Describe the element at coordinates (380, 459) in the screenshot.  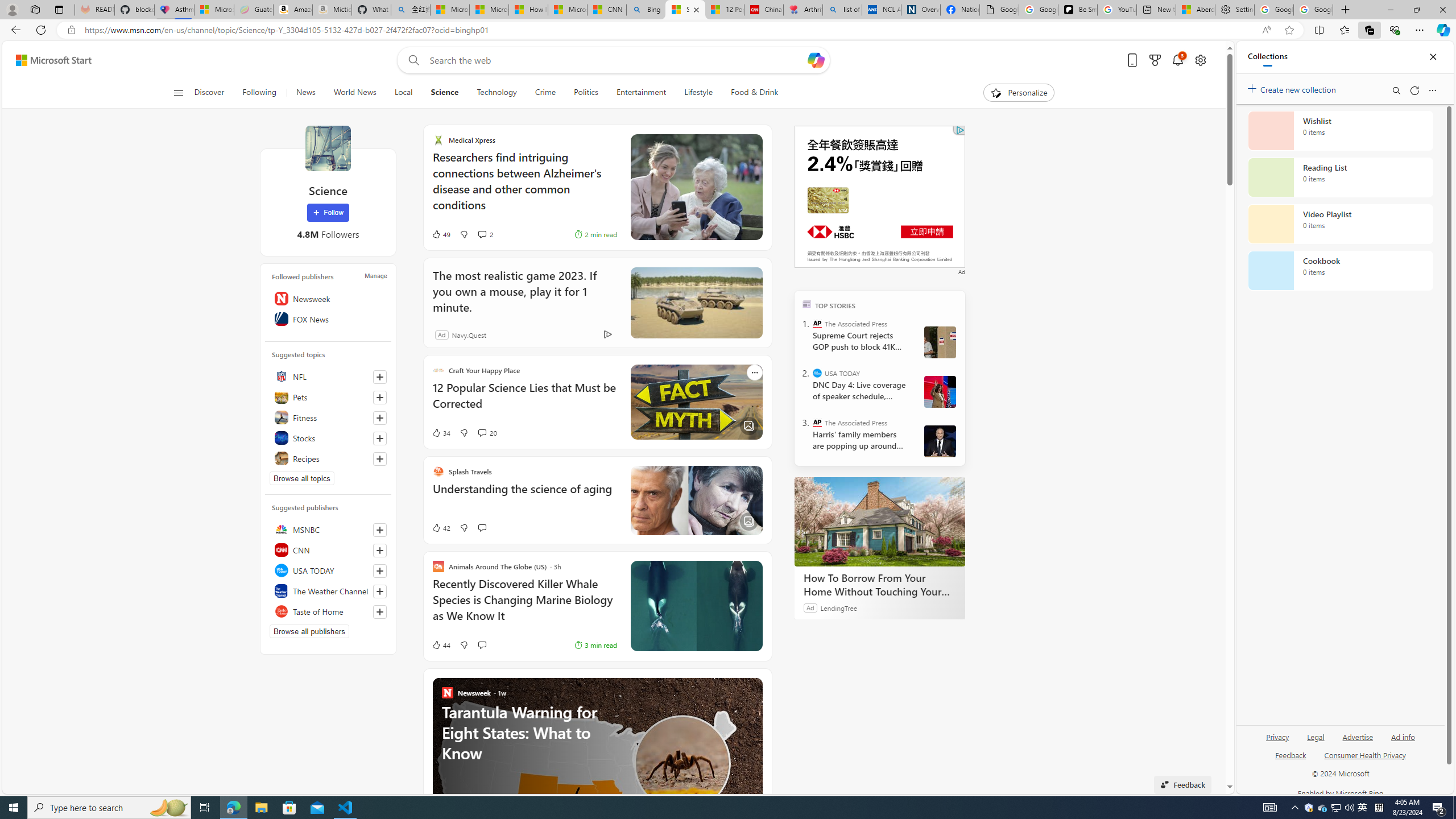
I see `'Follow this topic'` at that location.